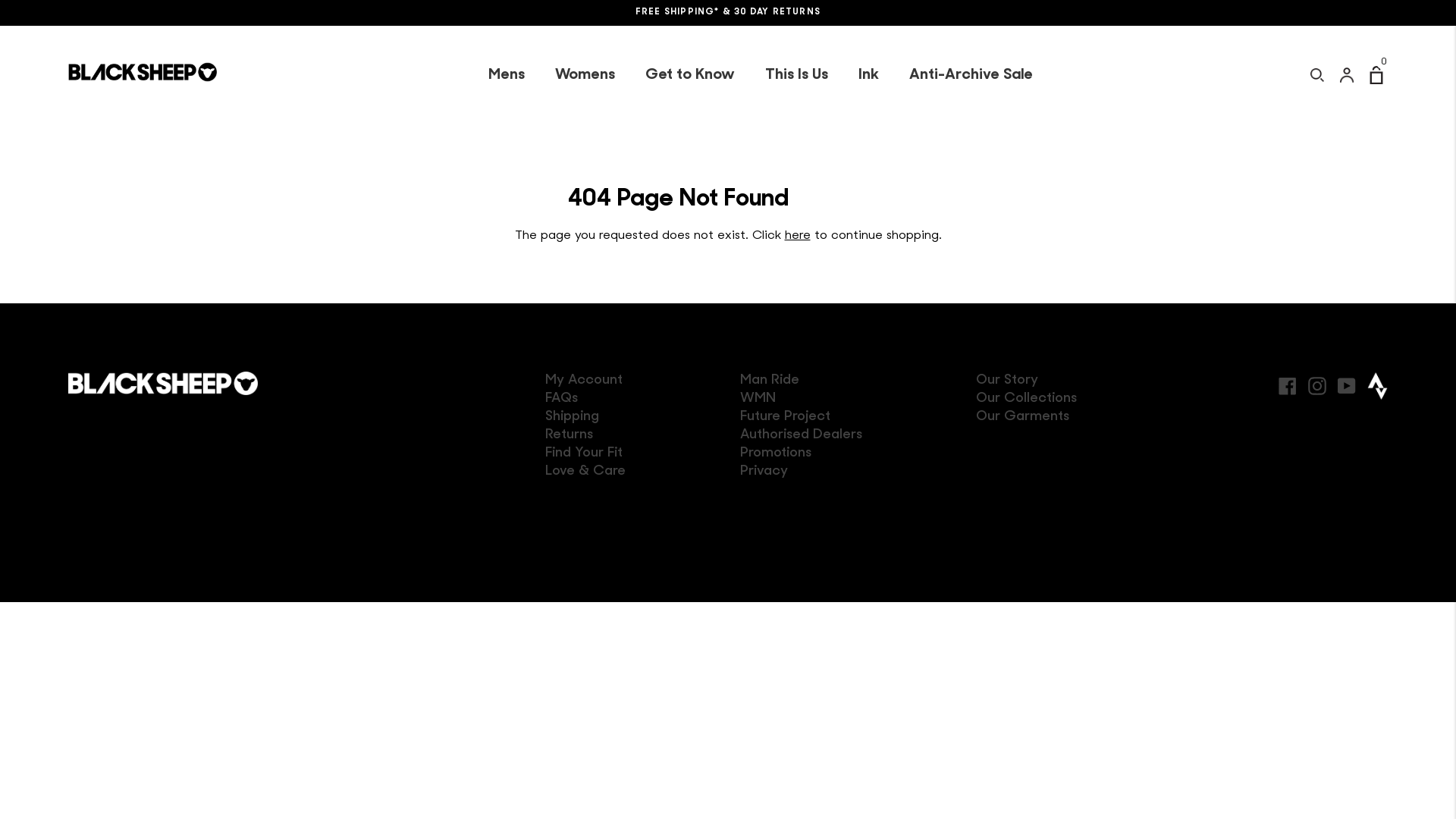 This screenshot has height=819, width=1456. Describe the element at coordinates (1379, 75) in the screenshot. I see `'0'` at that location.